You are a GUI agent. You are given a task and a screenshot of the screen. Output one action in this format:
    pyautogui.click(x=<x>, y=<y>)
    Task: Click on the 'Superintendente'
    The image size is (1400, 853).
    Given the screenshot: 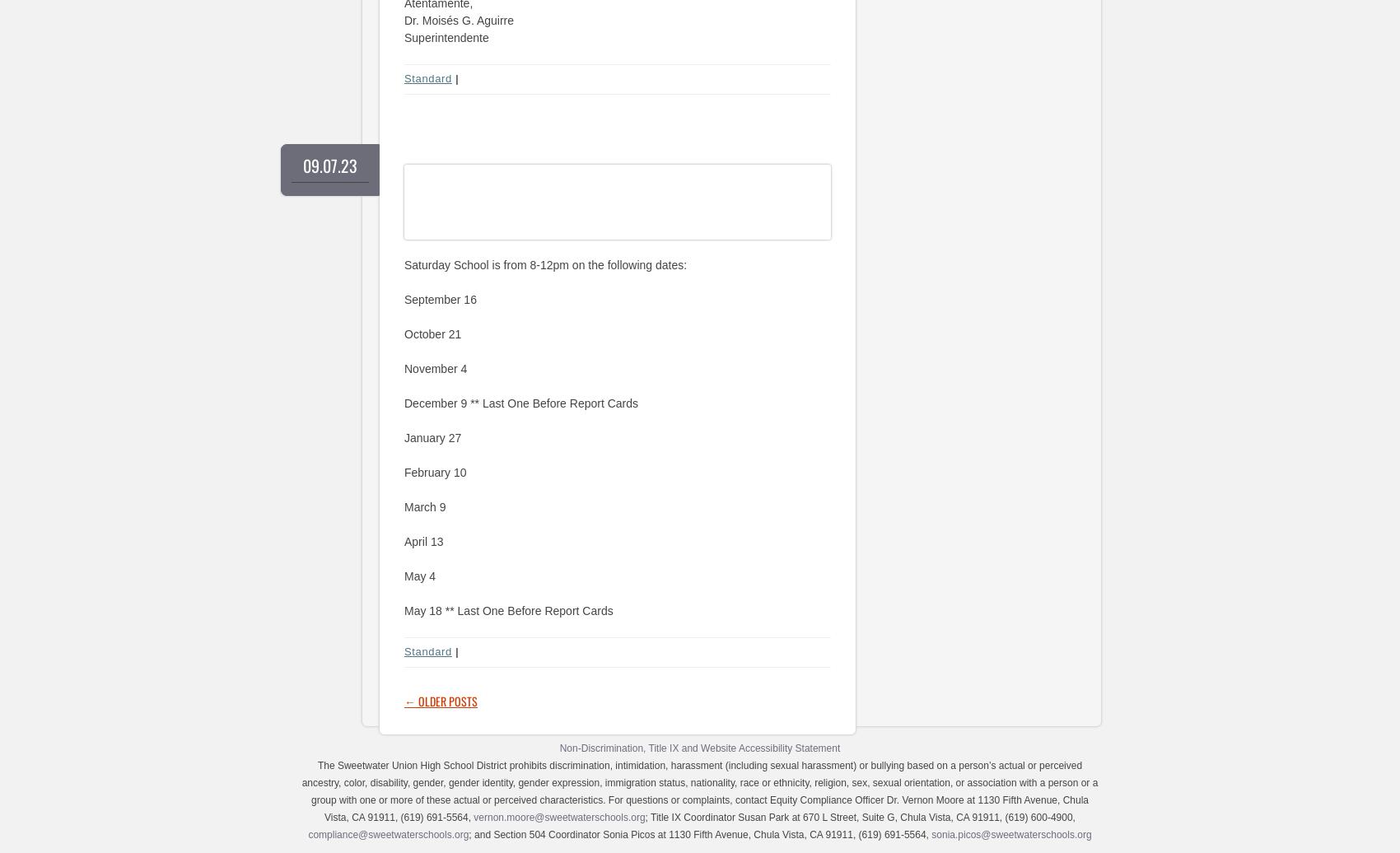 What is the action you would take?
    pyautogui.click(x=445, y=36)
    